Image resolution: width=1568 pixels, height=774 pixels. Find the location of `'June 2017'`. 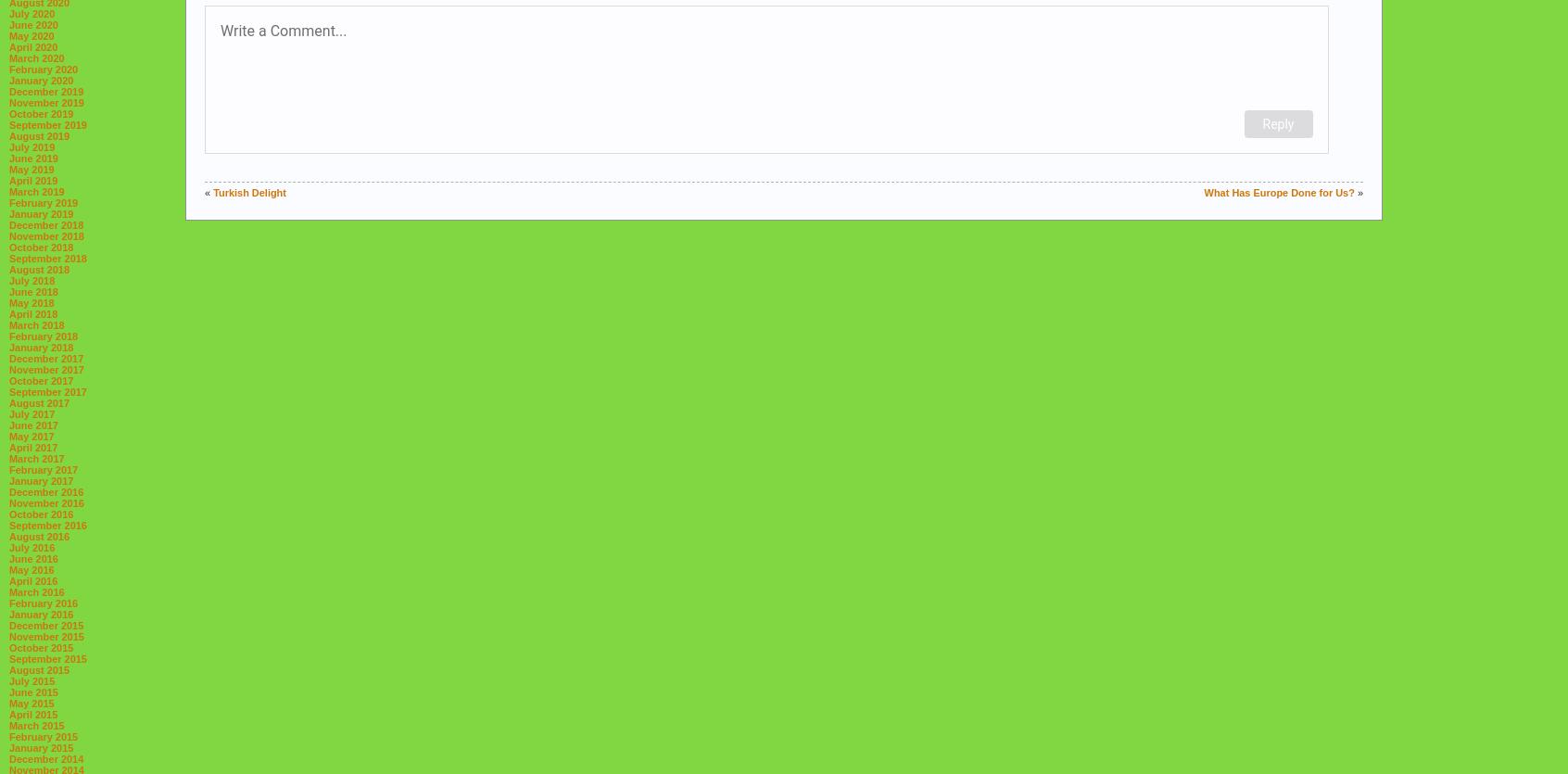

'June 2017' is located at coordinates (32, 424).